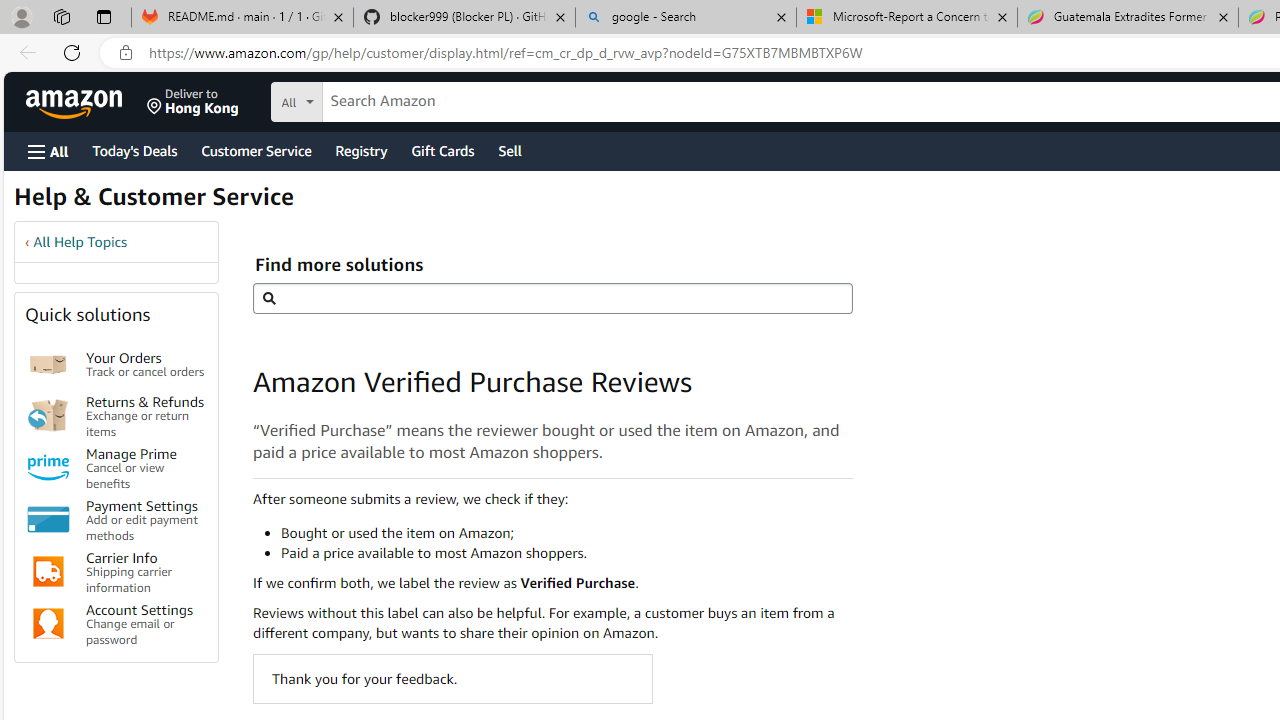 The image size is (1280, 720). I want to click on 'Account Settings Change email or password', so click(144, 622).